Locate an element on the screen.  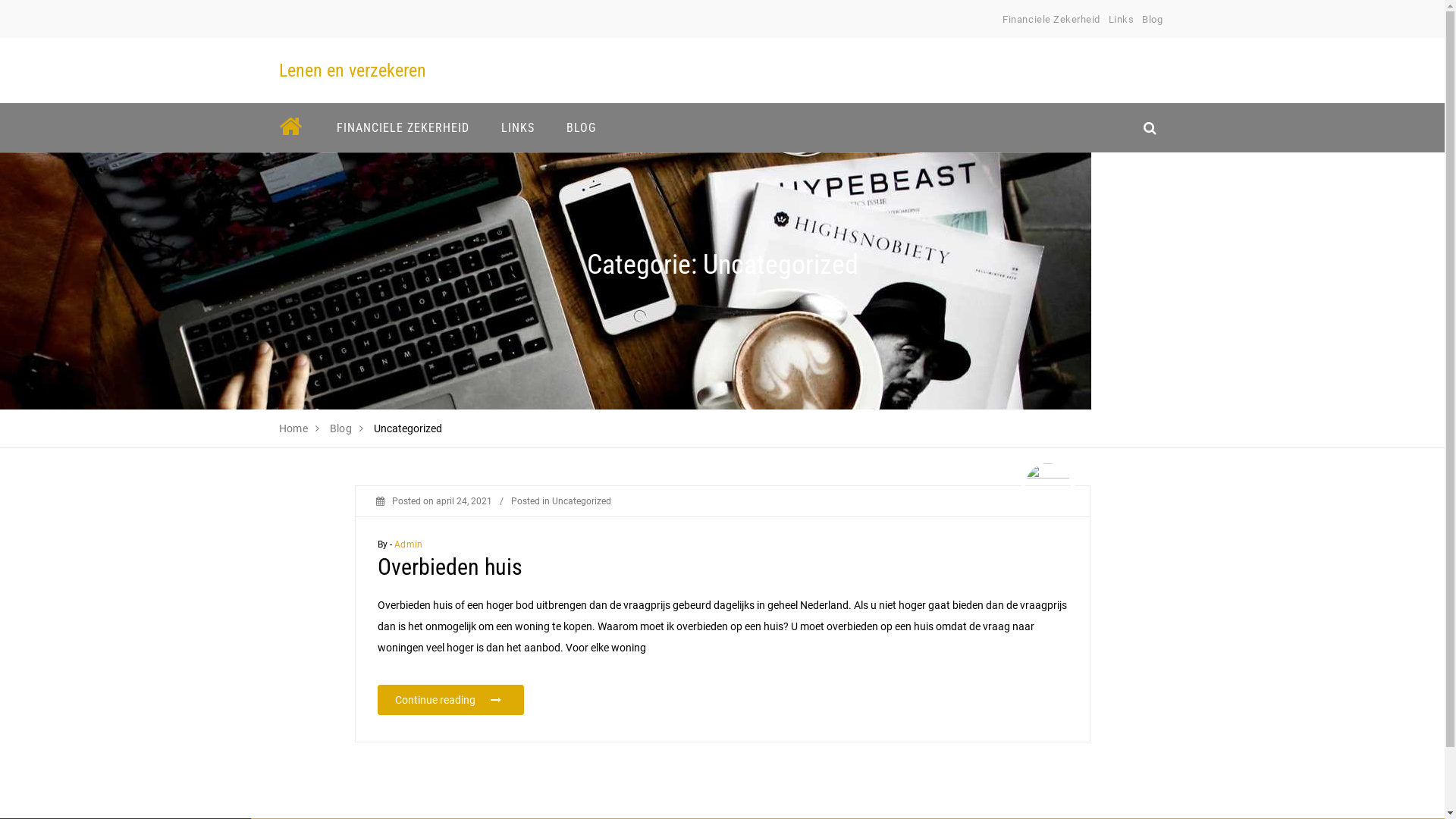
'LINKS' is located at coordinates (517, 127).